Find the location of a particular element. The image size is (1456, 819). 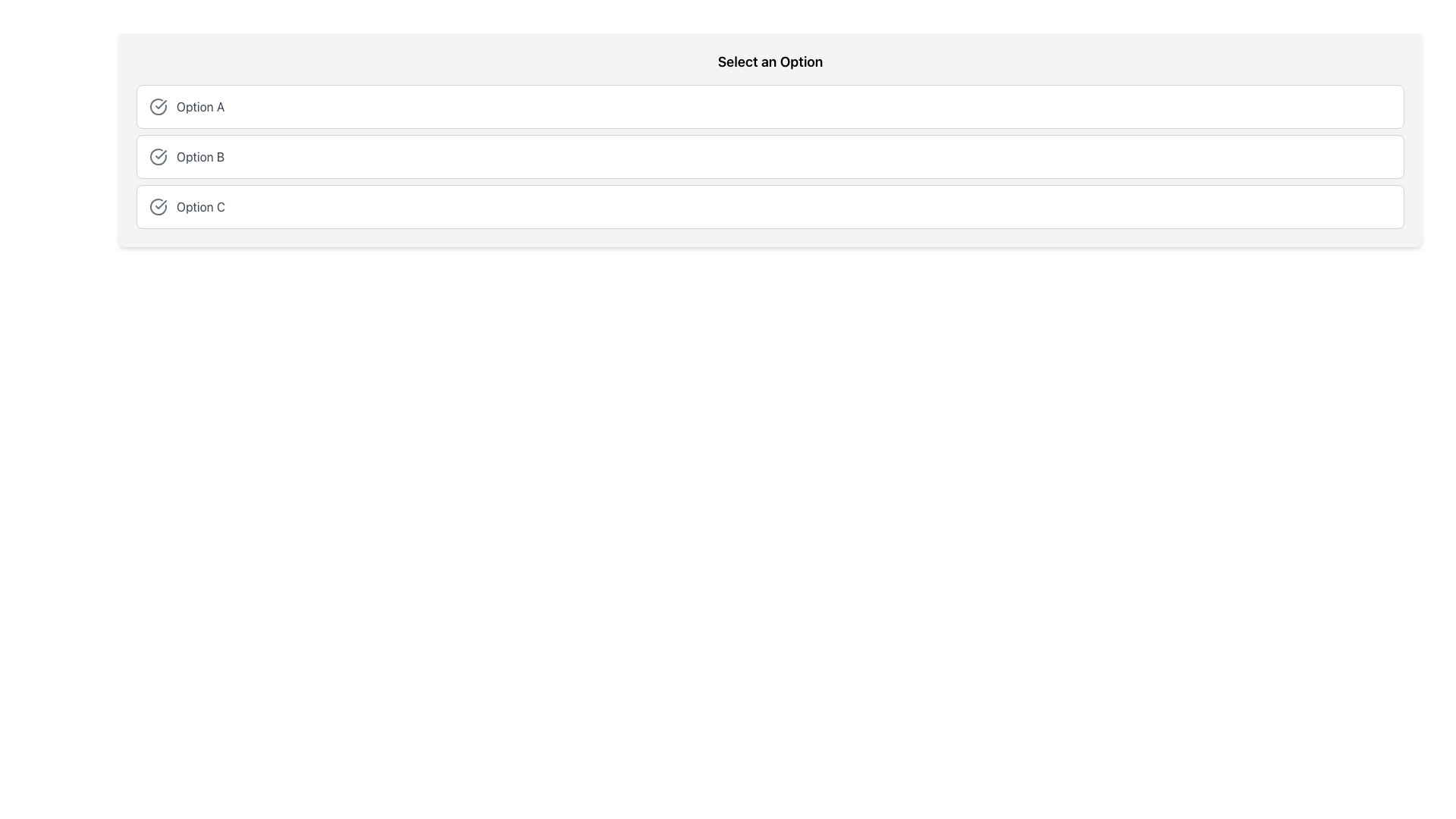

the SVG icon styled as a circle with a checkmark inside, indicating a selected state, which is positioned to the left of the text 'Option A' in the first row of options is located at coordinates (158, 106).